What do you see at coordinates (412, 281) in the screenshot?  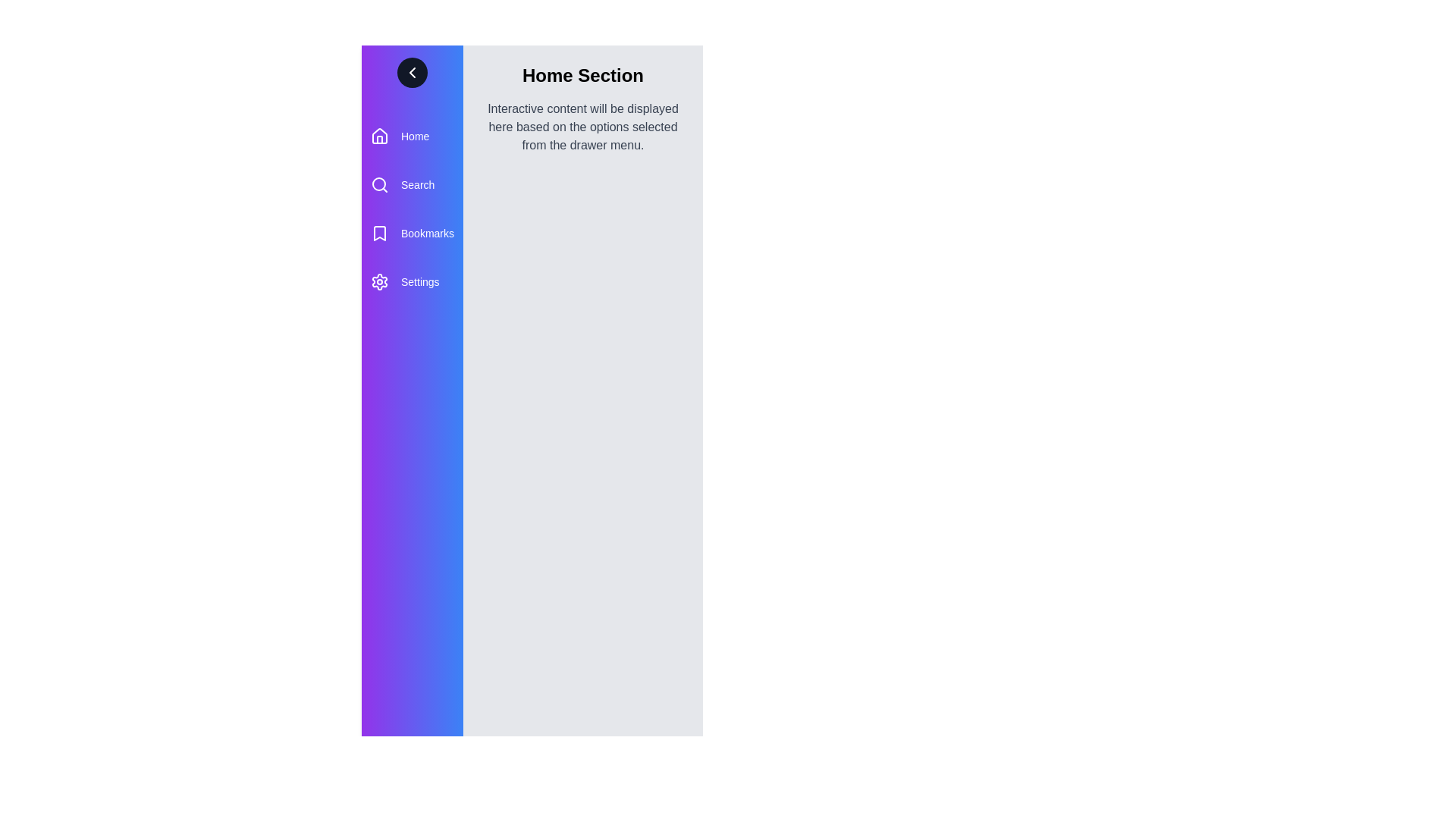 I see `the menu item Settings` at bounding box center [412, 281].